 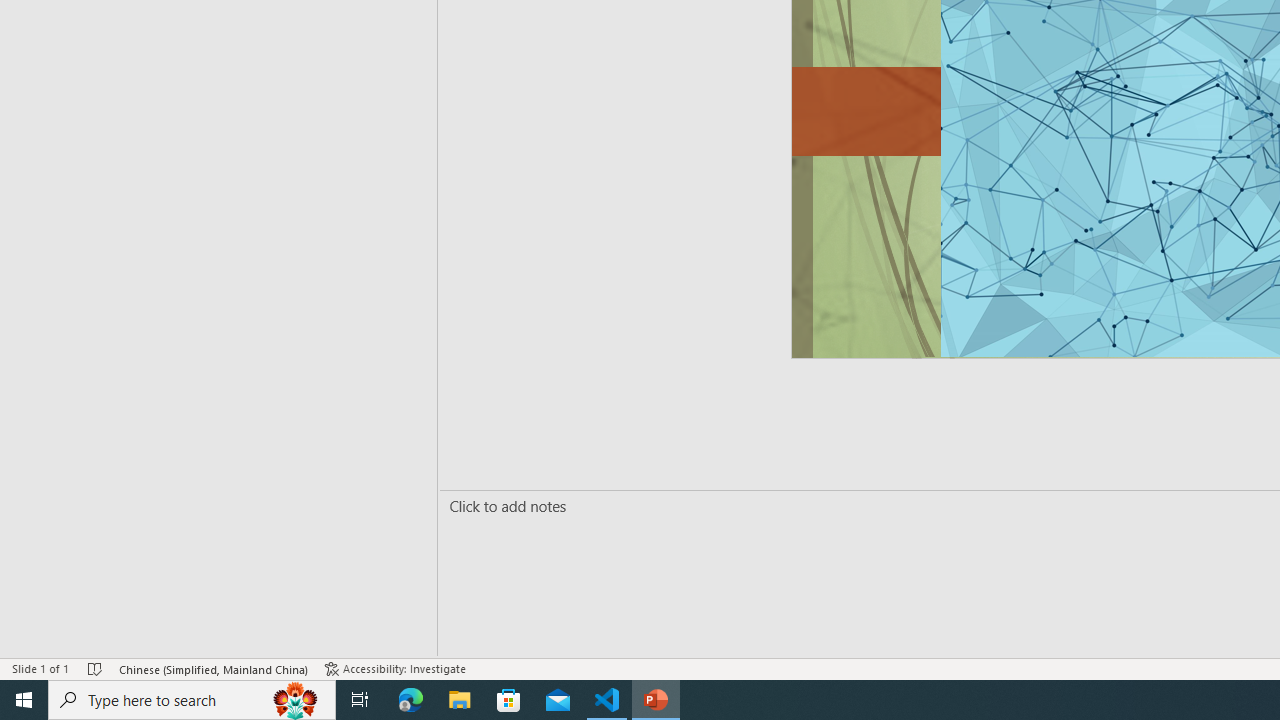 I want to click on 'Visual Studio Code - 1 running window', so click(x=606, y=698).